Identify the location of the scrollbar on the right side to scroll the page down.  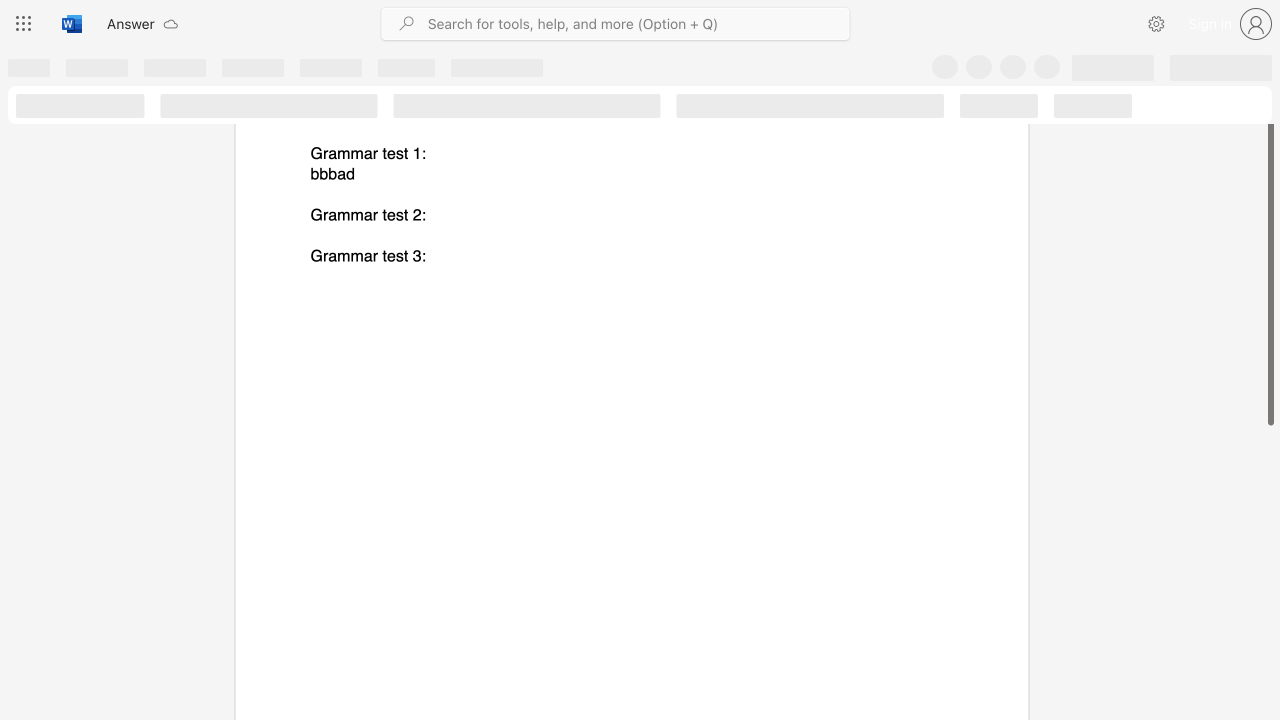
(1269, 470).